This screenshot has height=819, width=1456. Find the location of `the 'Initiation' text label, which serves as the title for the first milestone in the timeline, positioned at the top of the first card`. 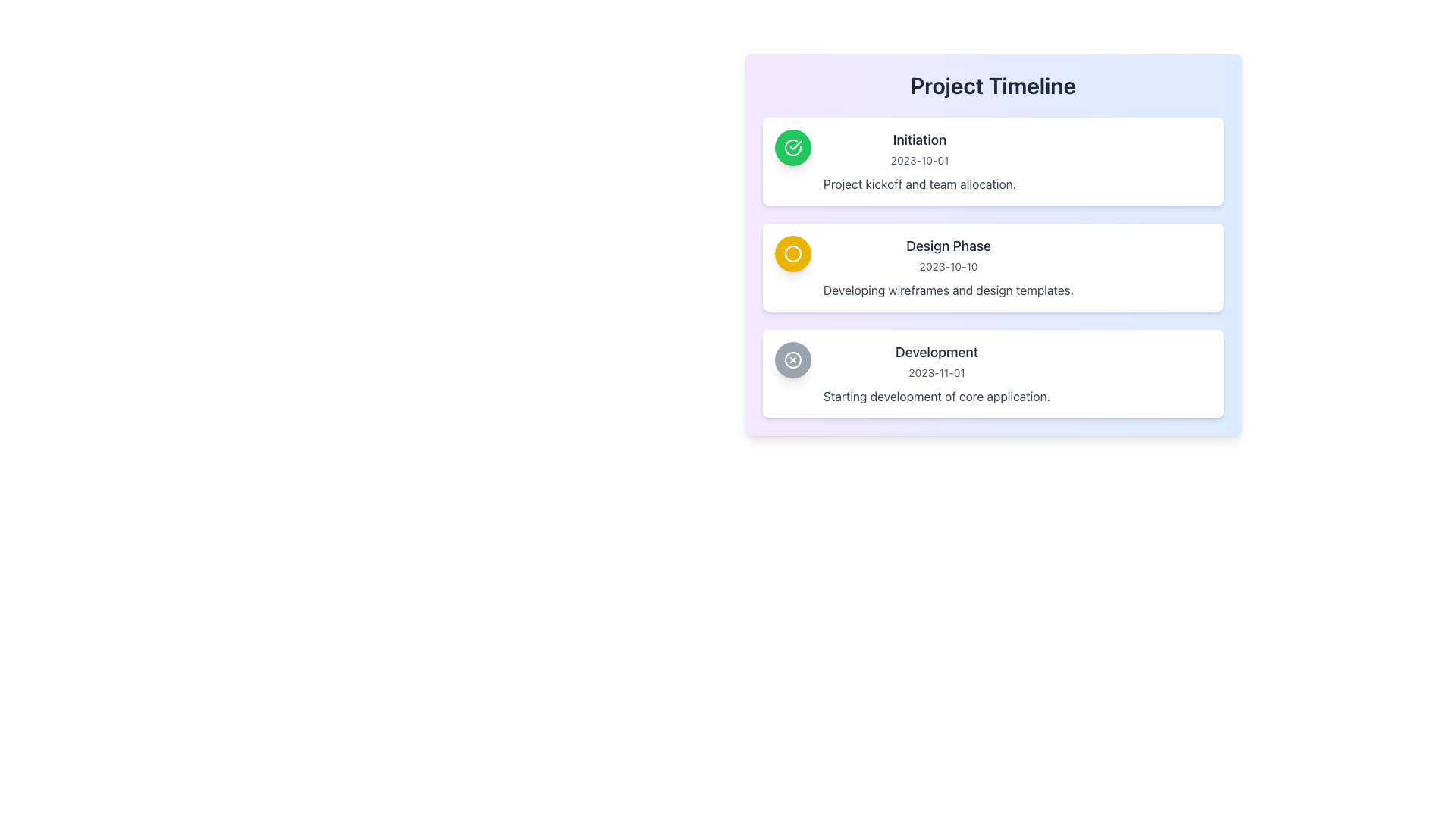

the 'Initiation' text label, which serves as the title for the first milestone in the timeline, positioned at the top of the first card is located at coordinates (919, 140).